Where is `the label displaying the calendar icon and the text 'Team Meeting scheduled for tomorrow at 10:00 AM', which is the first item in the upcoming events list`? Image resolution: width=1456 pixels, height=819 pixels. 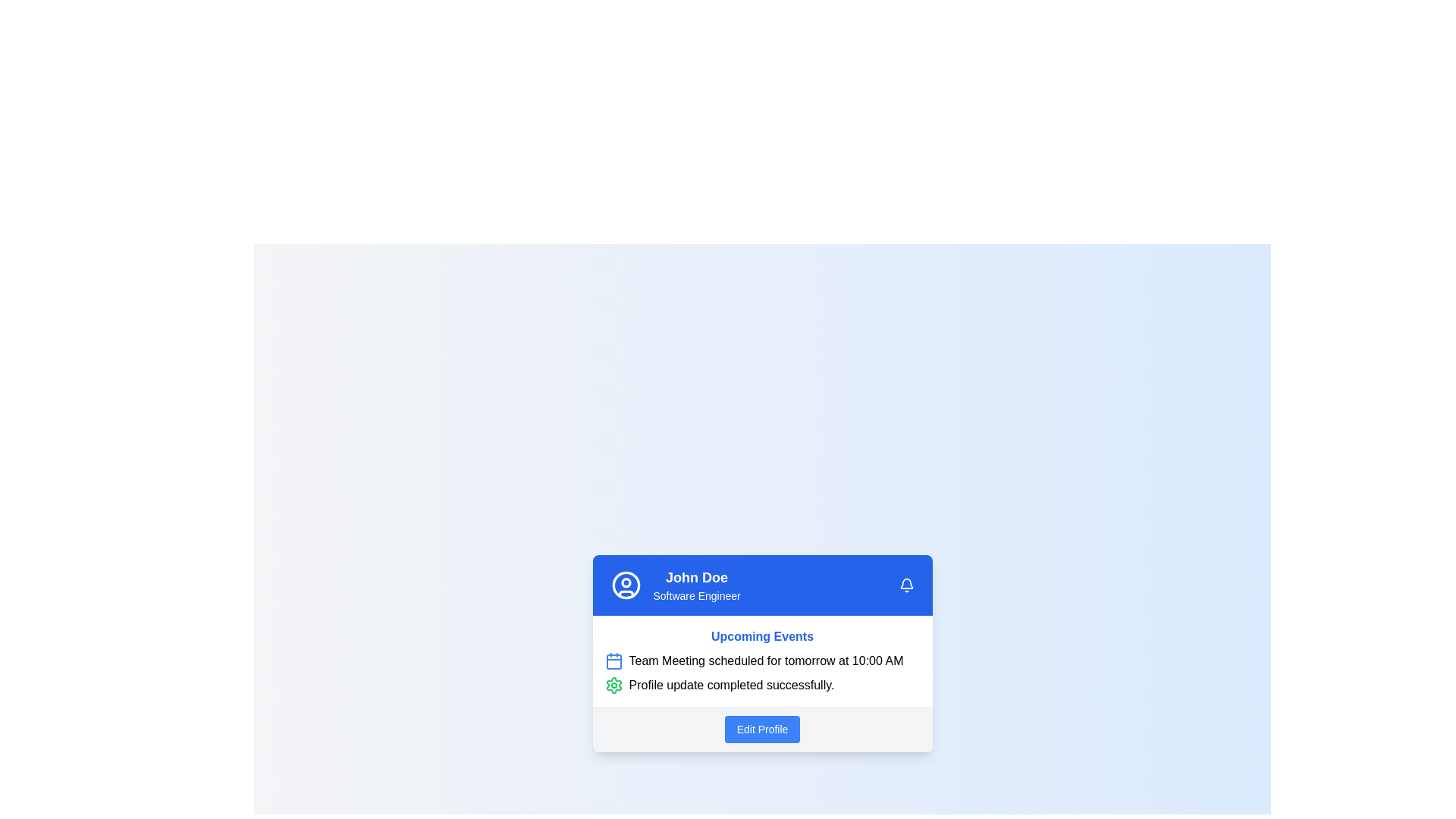
the label displaying the calendar icon and the text 'Team Meeting scheduled for tomorrow at 10:00 AM', which is the first item in the upcoming events list is located at coordinates (762, 660).